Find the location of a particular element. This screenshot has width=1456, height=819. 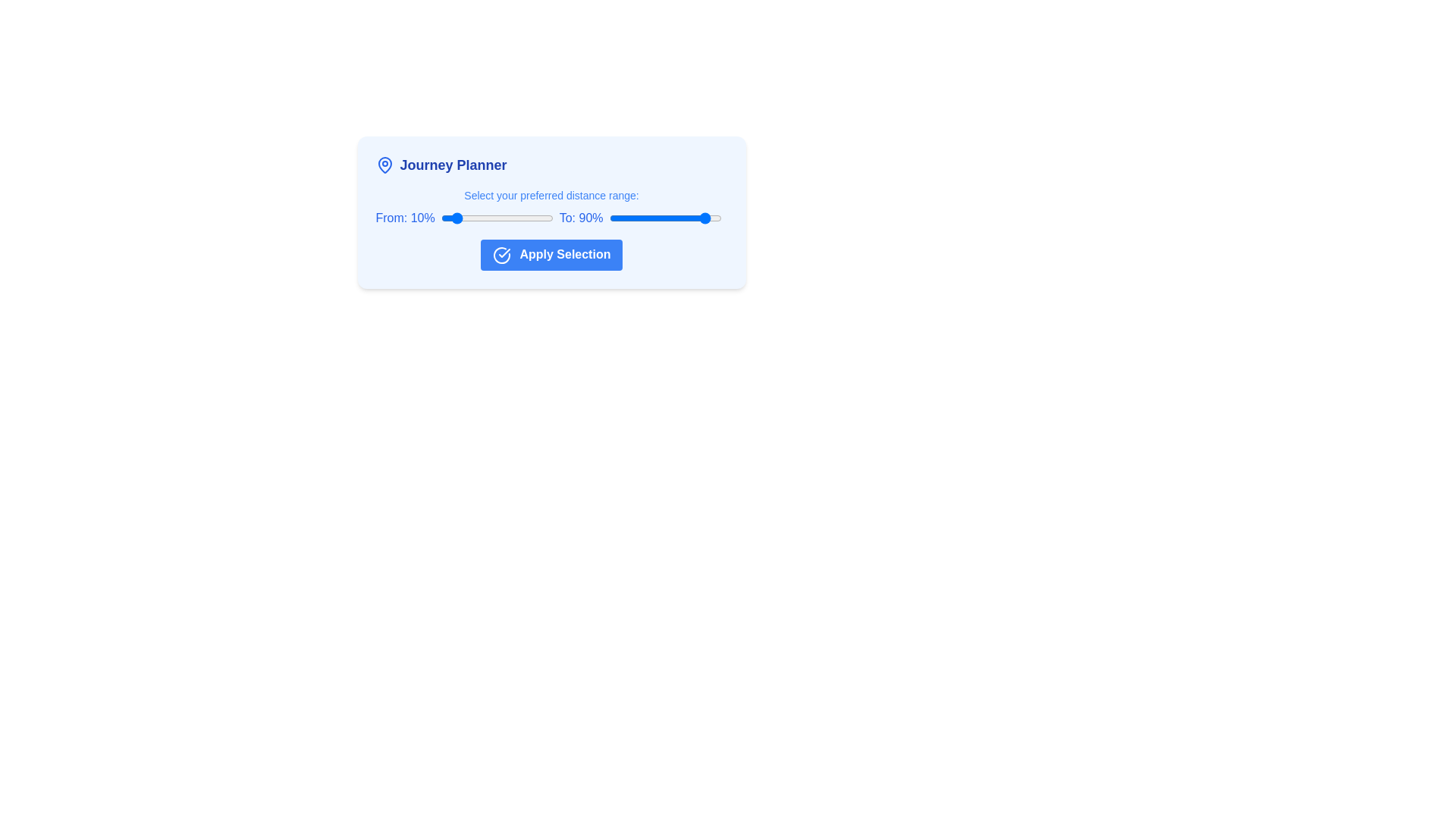

the range slider that allows users to set the maximum value of a preferred range, currently displaying '90%' is located at coordinates (665, 218).